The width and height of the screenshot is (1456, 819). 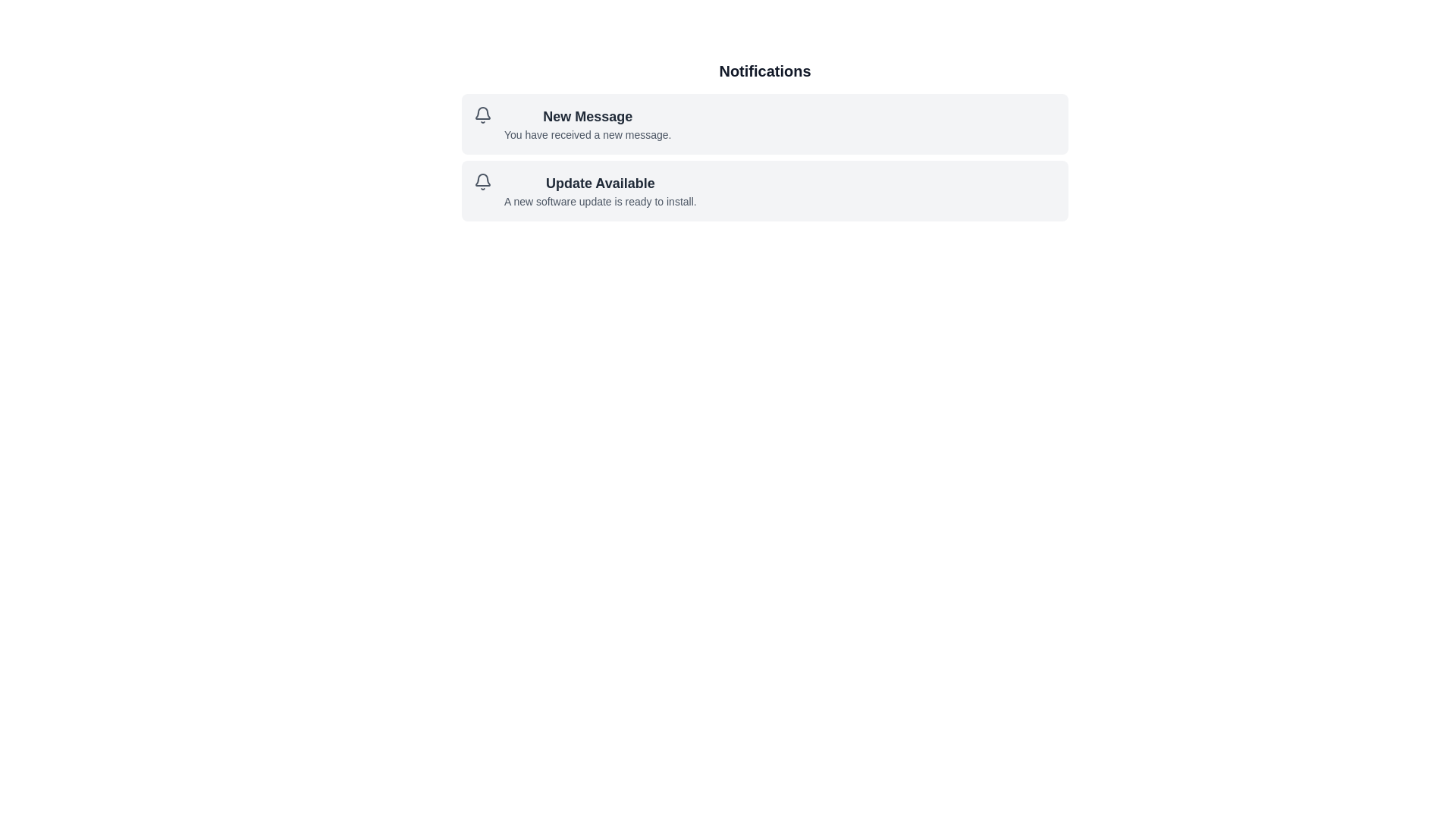 I want to click on the bell icon located at the left side of the 'Update Available' notification, so click(x=482, y=180).